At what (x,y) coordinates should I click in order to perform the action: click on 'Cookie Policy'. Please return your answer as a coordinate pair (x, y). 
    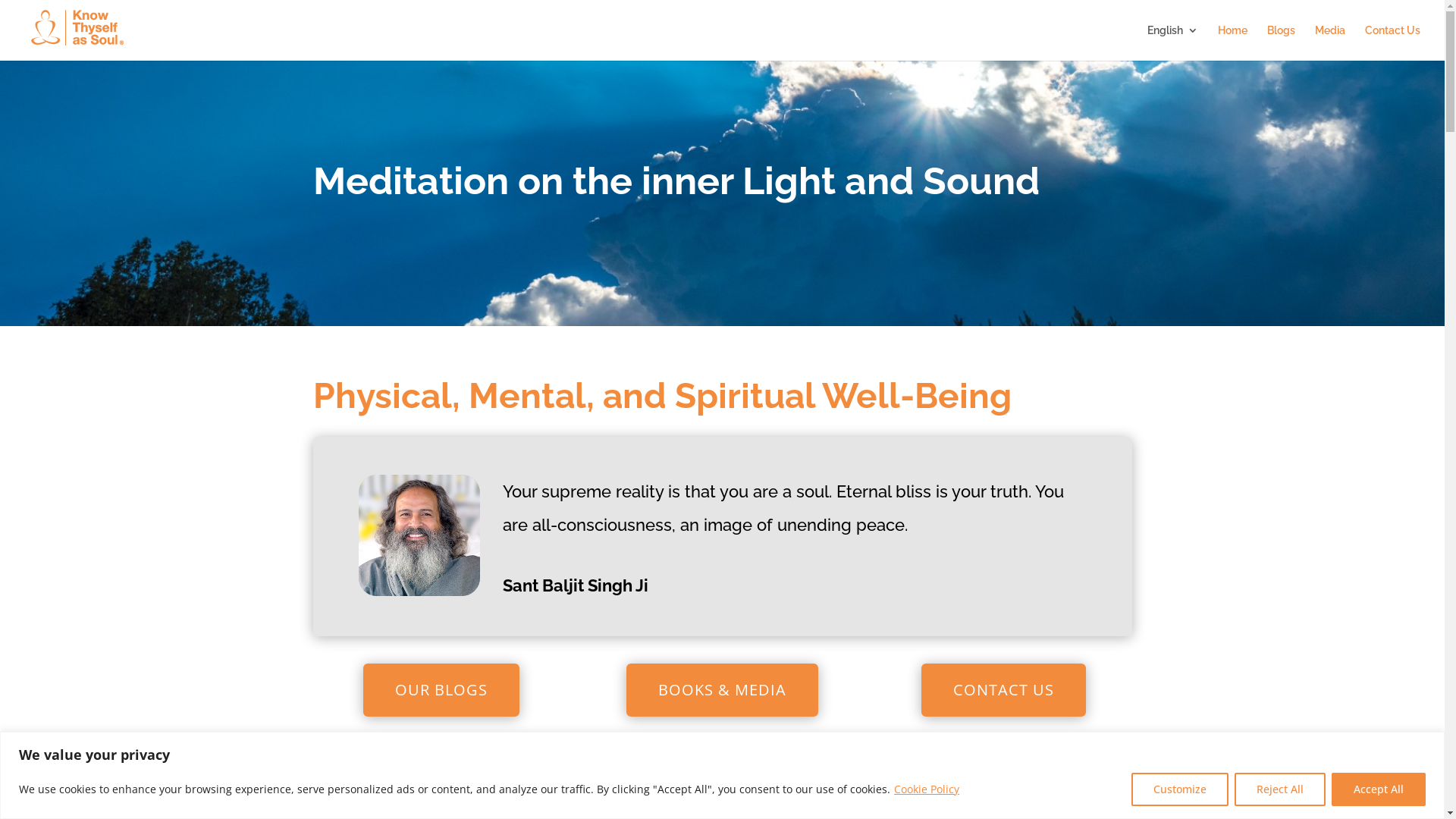
    Looking at the image, I should click on (893, 788).